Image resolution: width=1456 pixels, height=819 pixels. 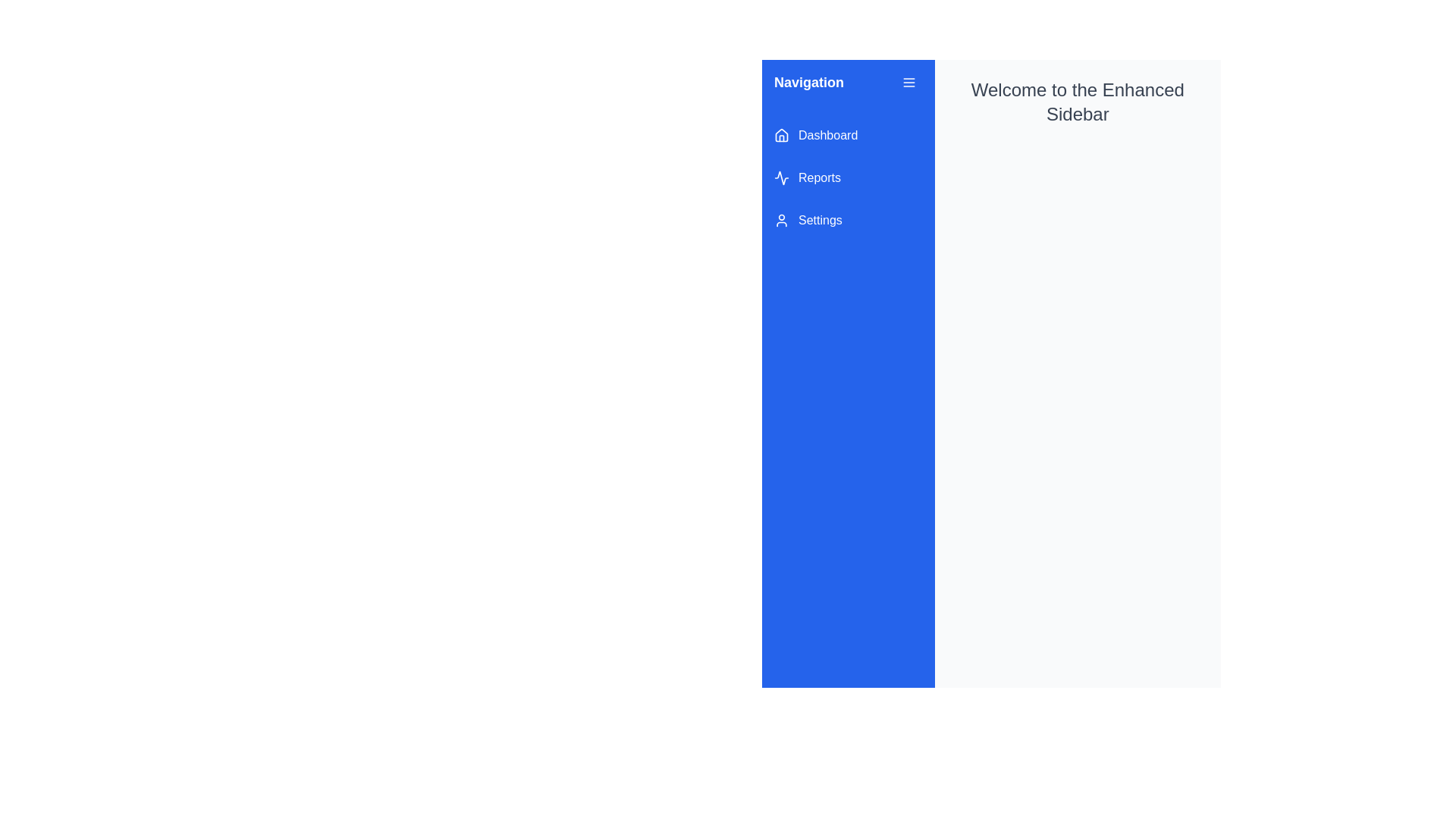 I want to click on welcoming title text located in the upper section of the right content area, adjacent to the blue navigation bar, so click(x=1077, y=102).